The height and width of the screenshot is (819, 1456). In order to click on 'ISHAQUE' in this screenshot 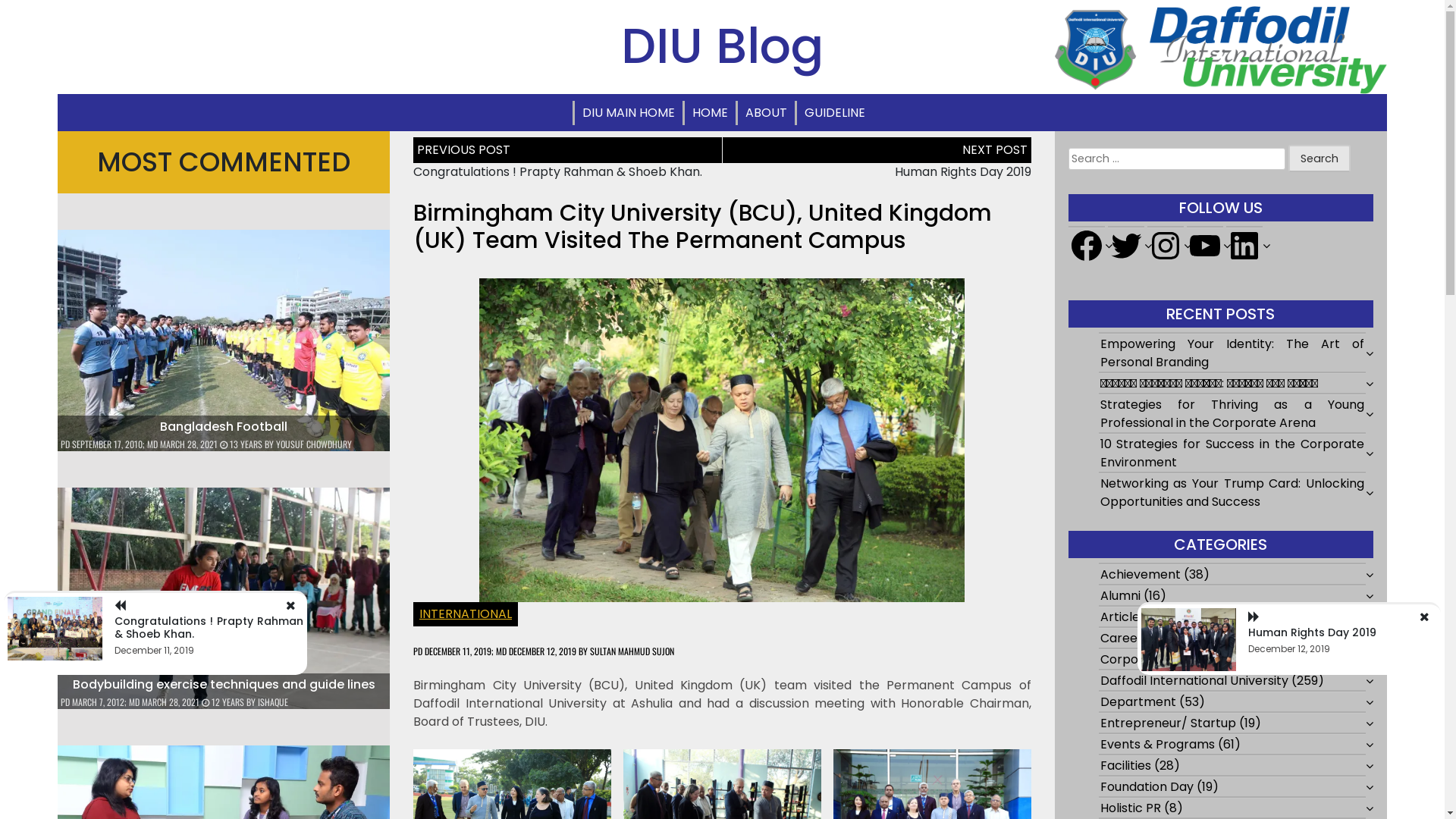, I will do `click(273, 701)`.